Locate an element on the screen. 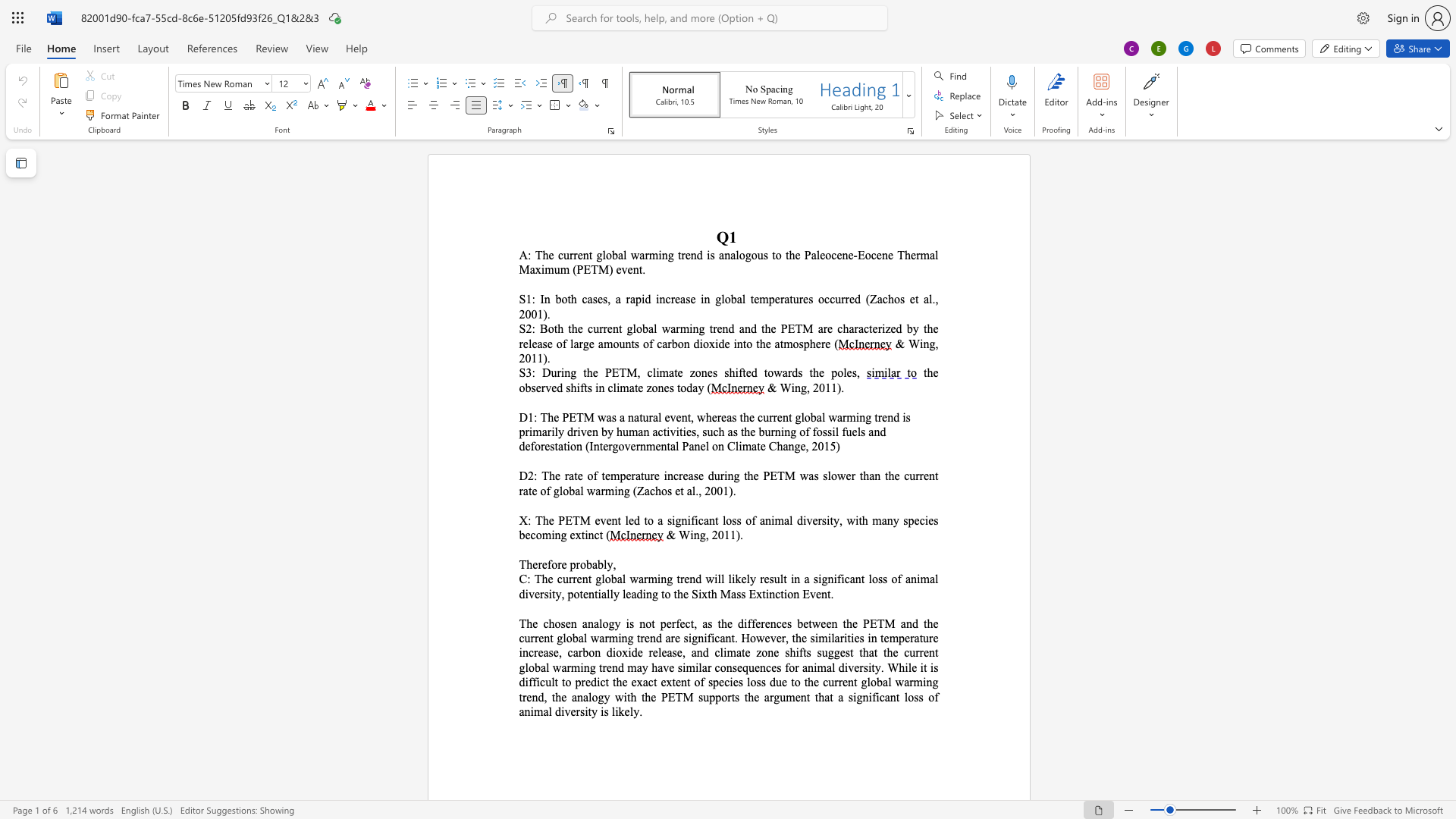 Image resolution: width=1456 pixels, height=819 pixels. the 2th character "a" in the text is located at coordinates (600, 344).